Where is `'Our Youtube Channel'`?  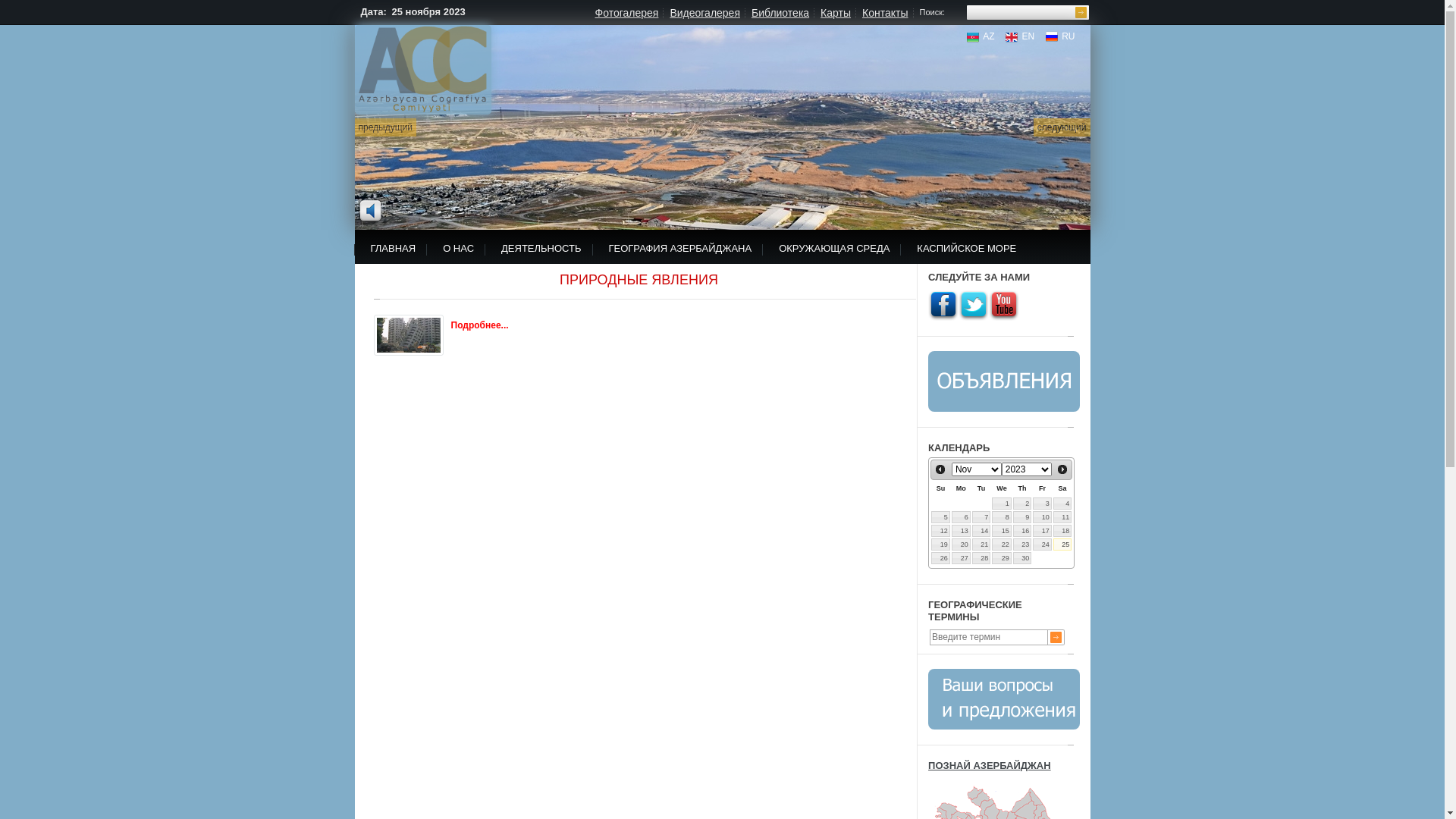 'Our Youtube Channel' is located at coordinates (989, 305).